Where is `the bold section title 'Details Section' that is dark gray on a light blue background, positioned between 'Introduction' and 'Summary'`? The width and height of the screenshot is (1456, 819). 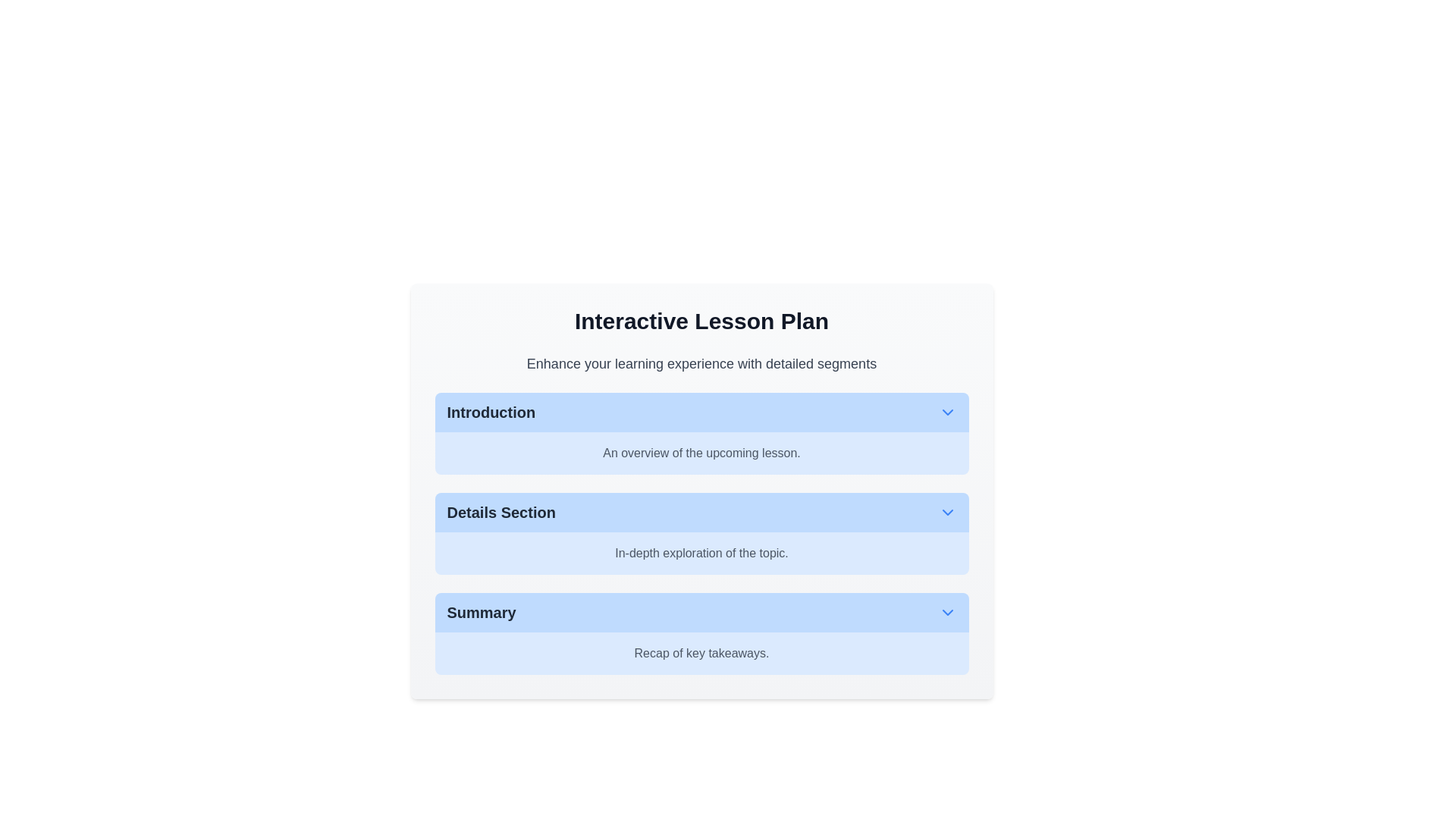 the bold section title 'Details Section' that is dark gray on a light blue background, positioned between 'Introduction' and 'Summary' is located at coordinates (501, 512).